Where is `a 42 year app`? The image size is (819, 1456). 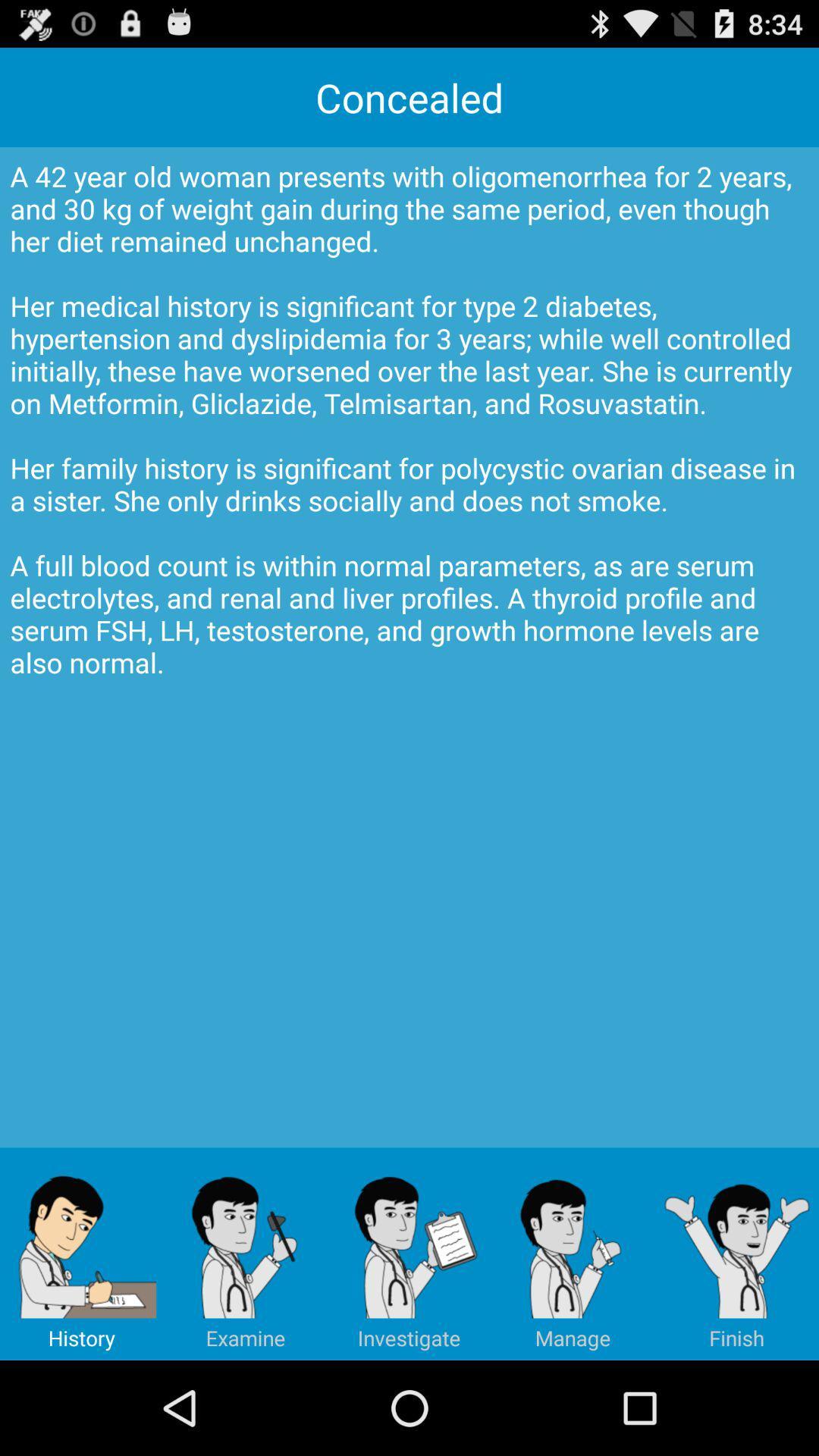 a 42 year app is located at coordinates (409, 647).